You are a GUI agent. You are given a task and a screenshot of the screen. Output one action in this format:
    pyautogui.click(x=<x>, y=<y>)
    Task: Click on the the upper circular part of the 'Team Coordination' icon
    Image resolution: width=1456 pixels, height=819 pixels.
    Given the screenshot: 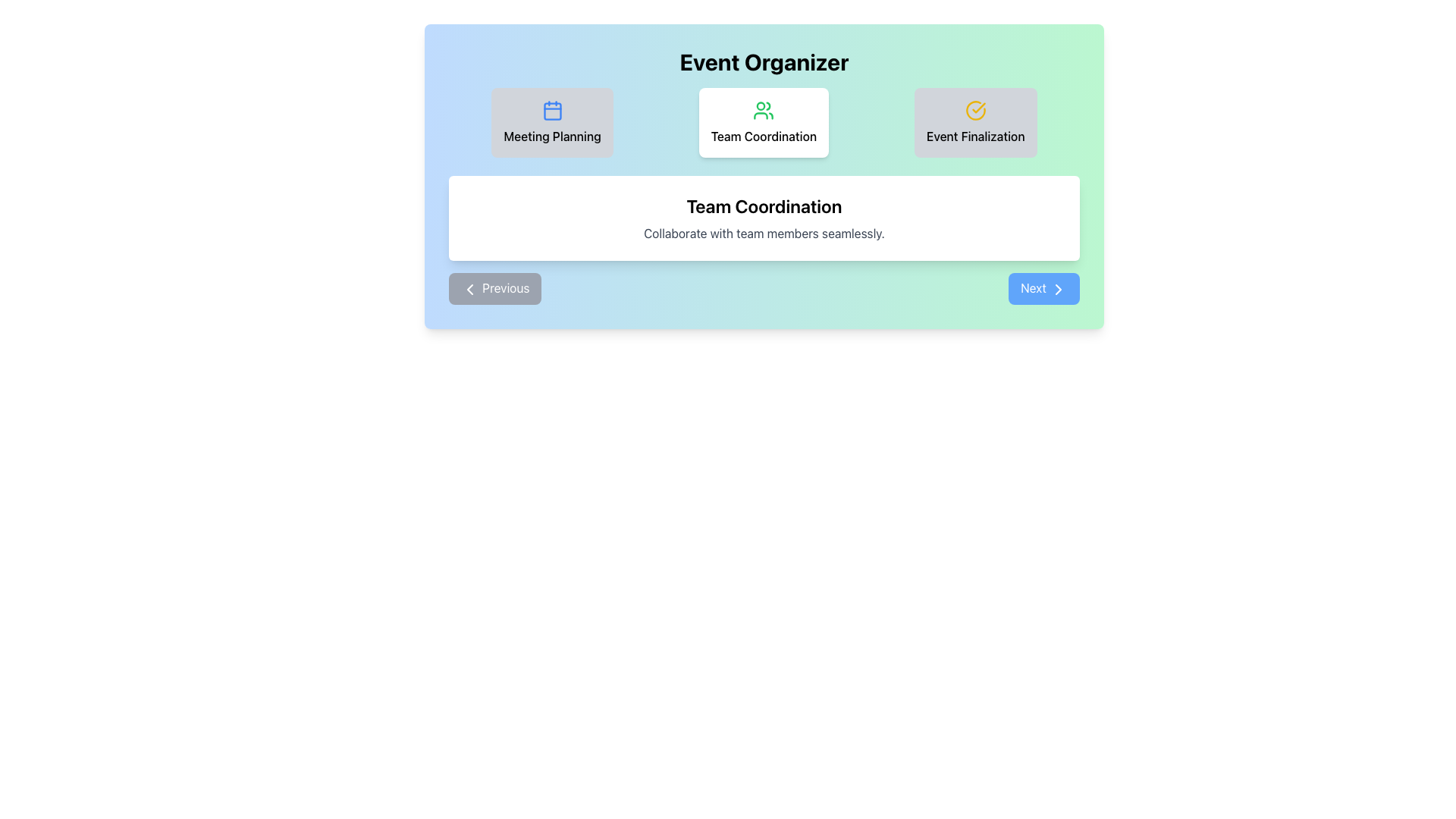 What is the action you would take?
    pyautogui.click(x=768, y=105)
    